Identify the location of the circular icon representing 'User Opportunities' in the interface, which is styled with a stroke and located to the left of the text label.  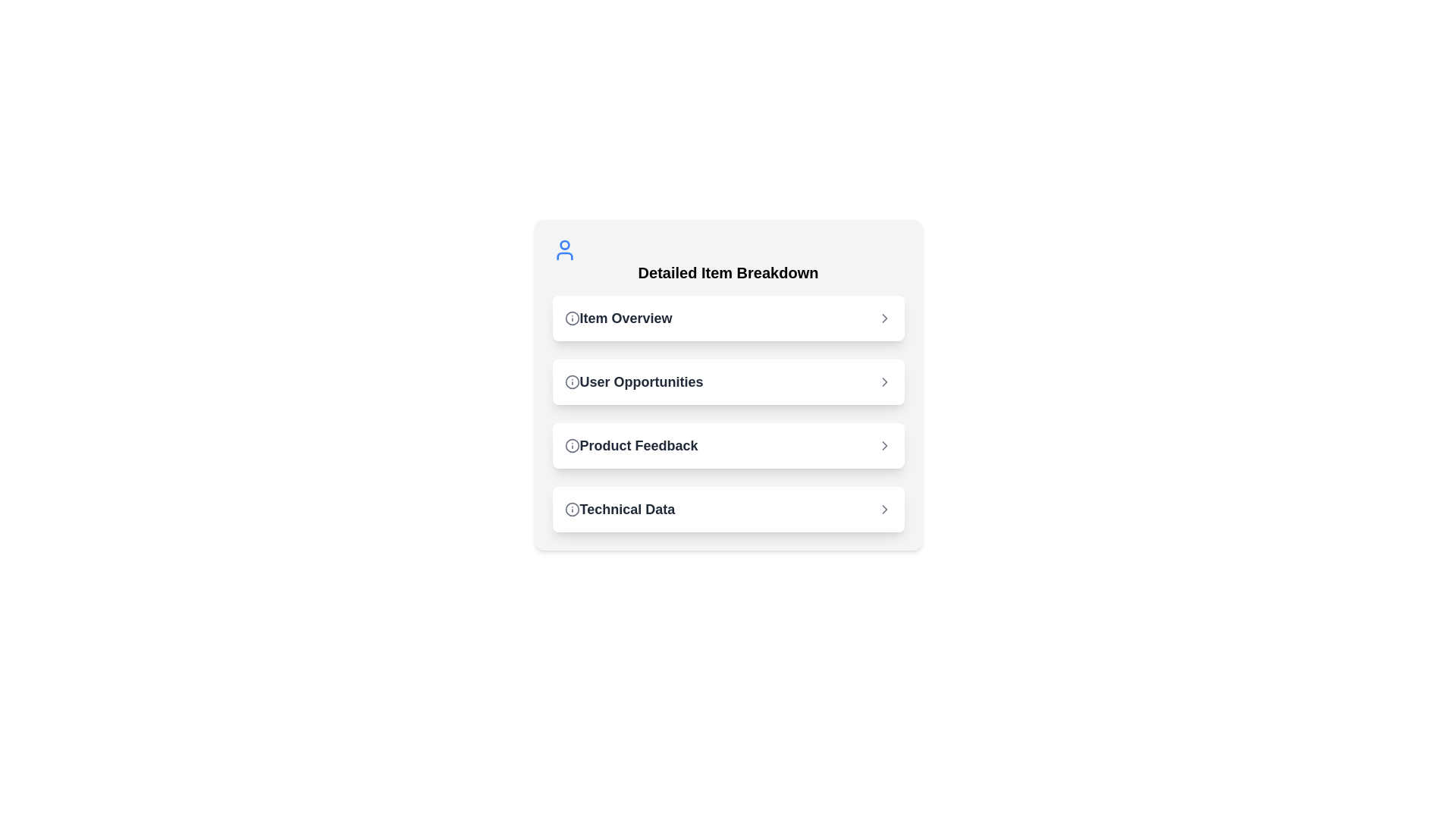
(571, 381).